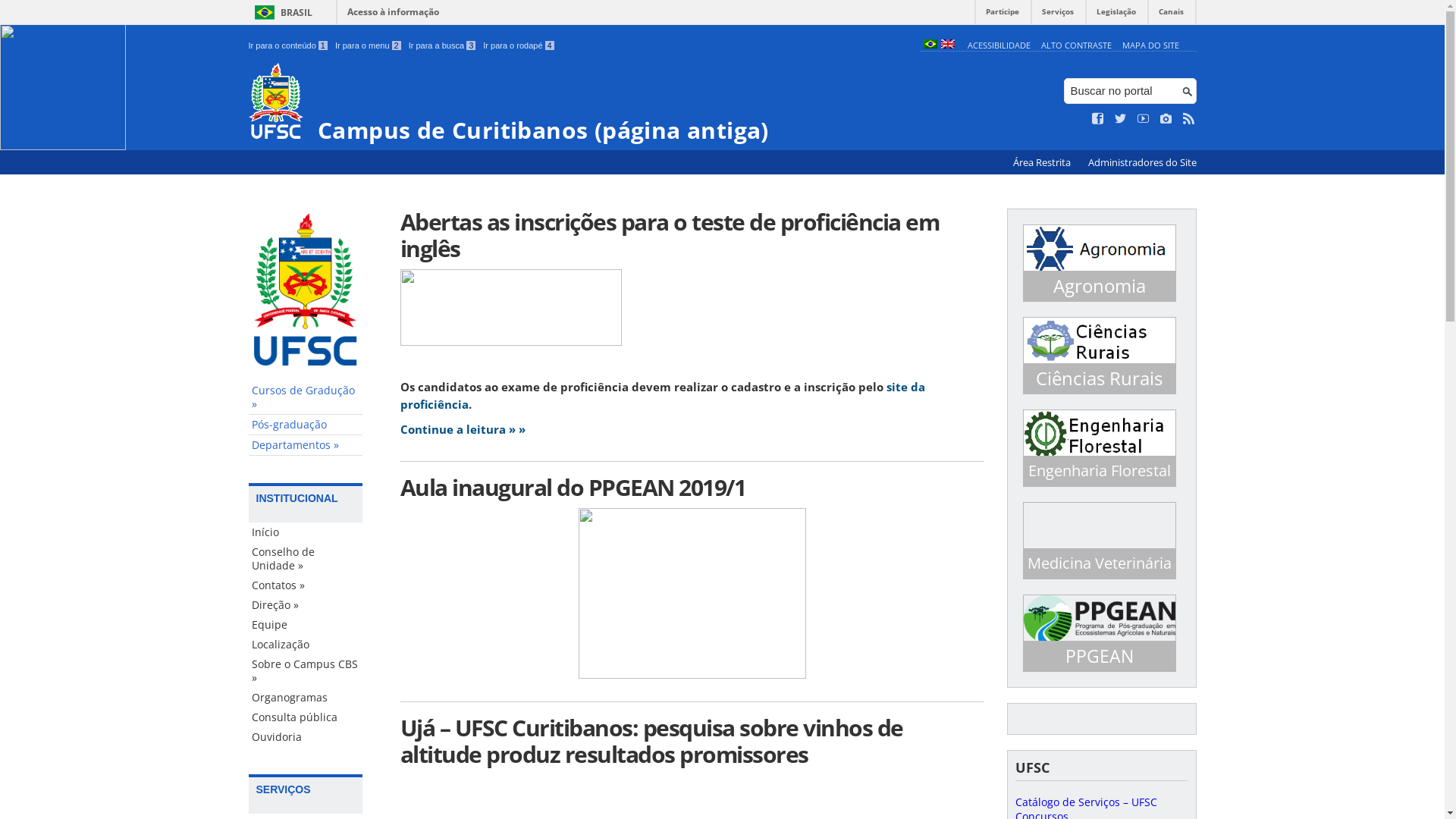 This screenshot has width=1456, height=819. I want to click on 'Veja no Instagram', so click(1165, 118).